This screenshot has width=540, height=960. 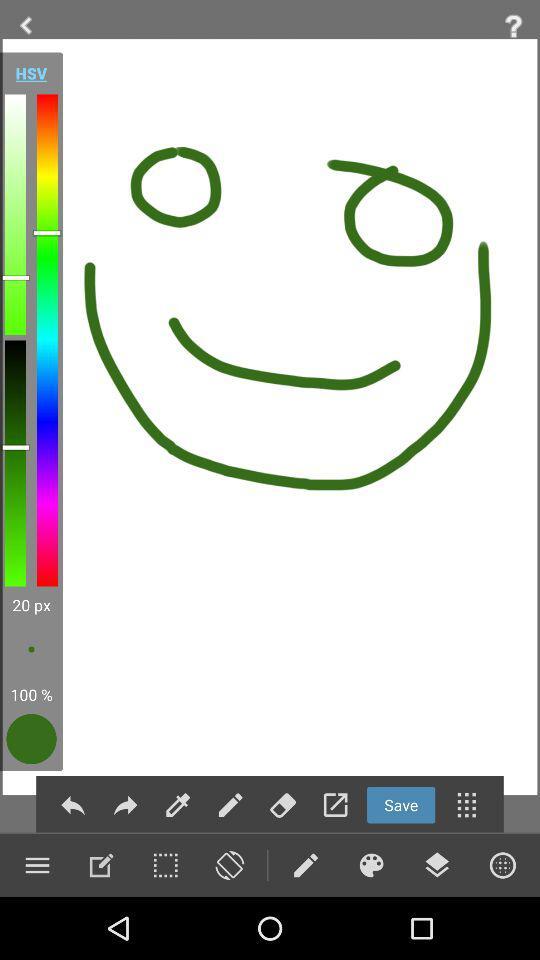 I want to click on resize, so click(x=164, y=864).